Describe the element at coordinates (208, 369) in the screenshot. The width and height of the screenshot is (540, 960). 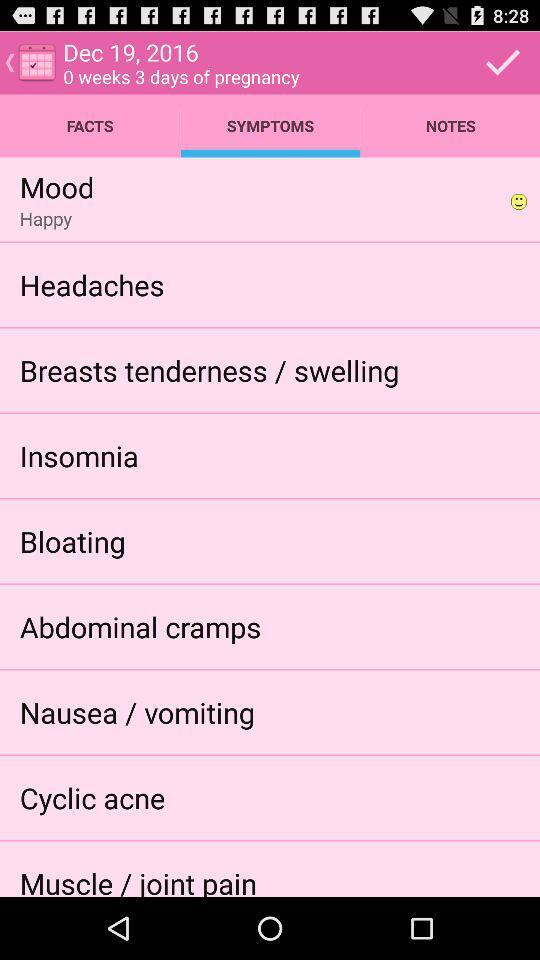
I see `the icon at the center` at that location.